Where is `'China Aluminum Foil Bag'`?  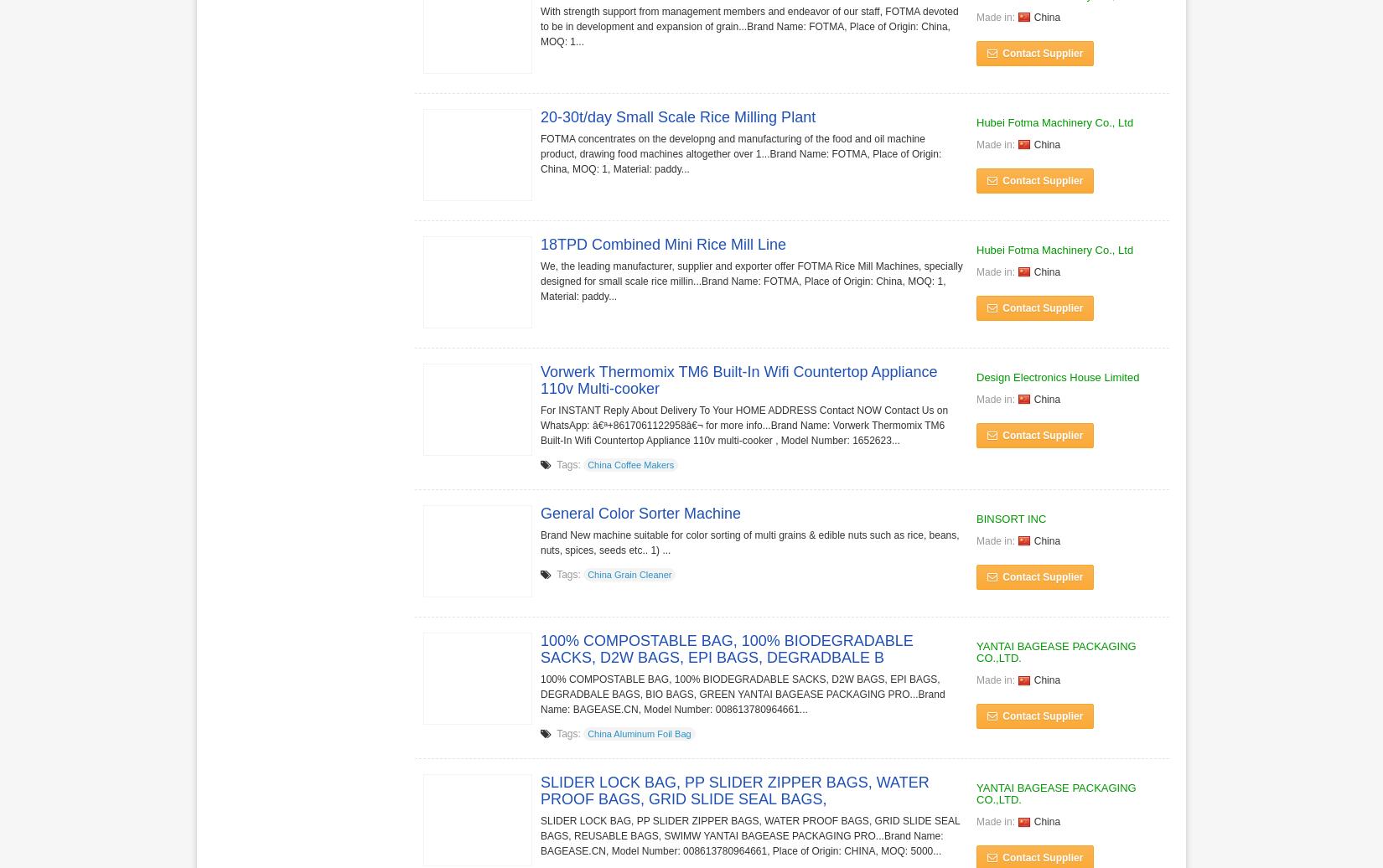 'China Aluminum Foil Bag' is located at coordinates (586, 733).